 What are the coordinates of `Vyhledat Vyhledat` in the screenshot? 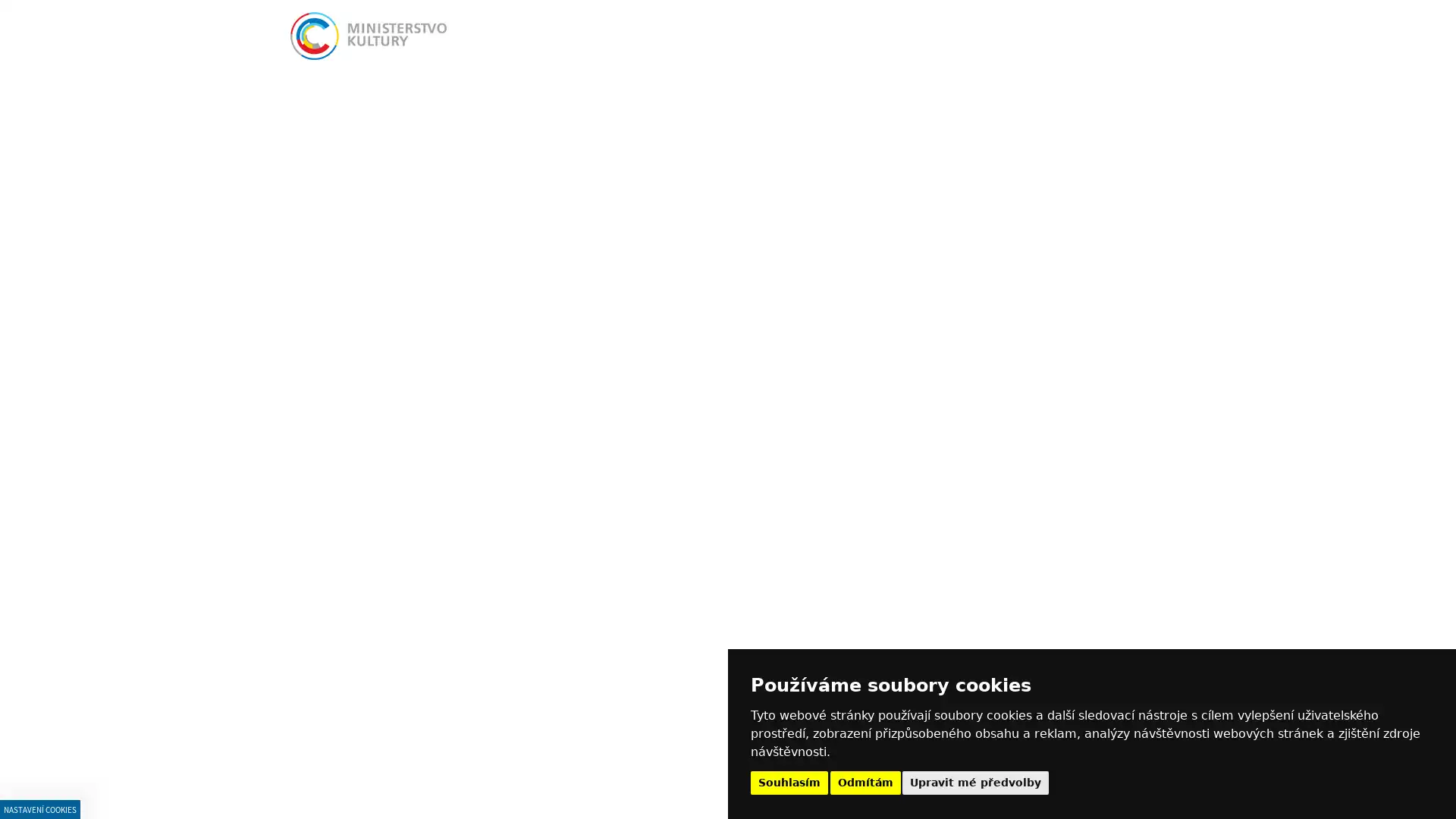 It's located at (1077, 35).